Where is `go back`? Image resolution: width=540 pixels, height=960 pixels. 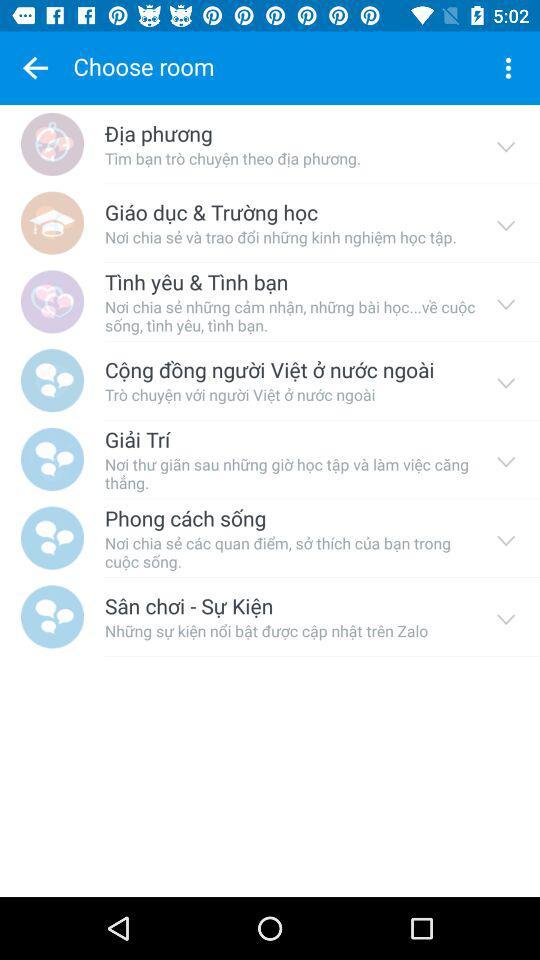 go back is located at coordinates (35, 68).